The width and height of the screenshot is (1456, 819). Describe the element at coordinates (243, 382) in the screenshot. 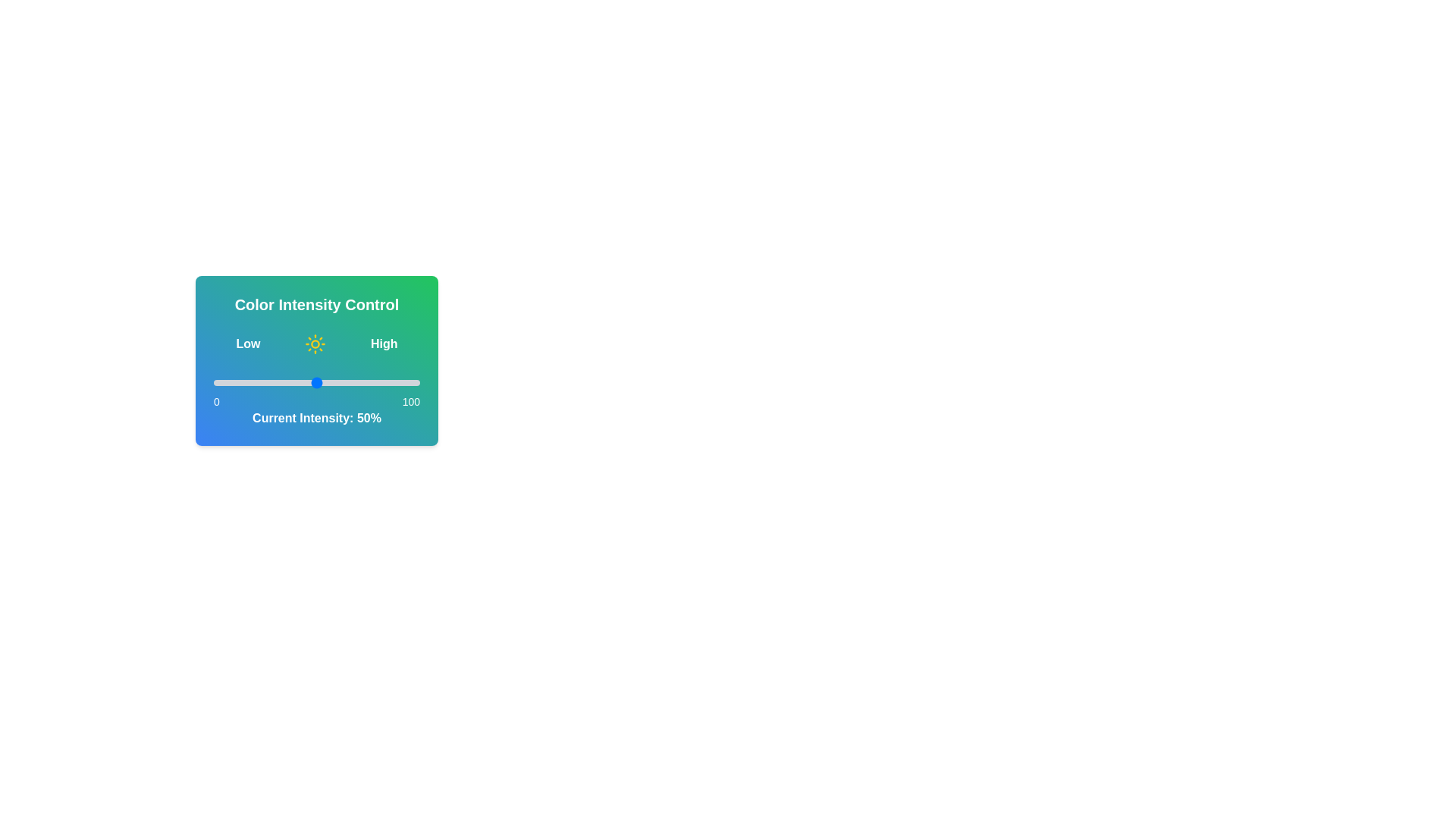

I see `the slider value` at that location.